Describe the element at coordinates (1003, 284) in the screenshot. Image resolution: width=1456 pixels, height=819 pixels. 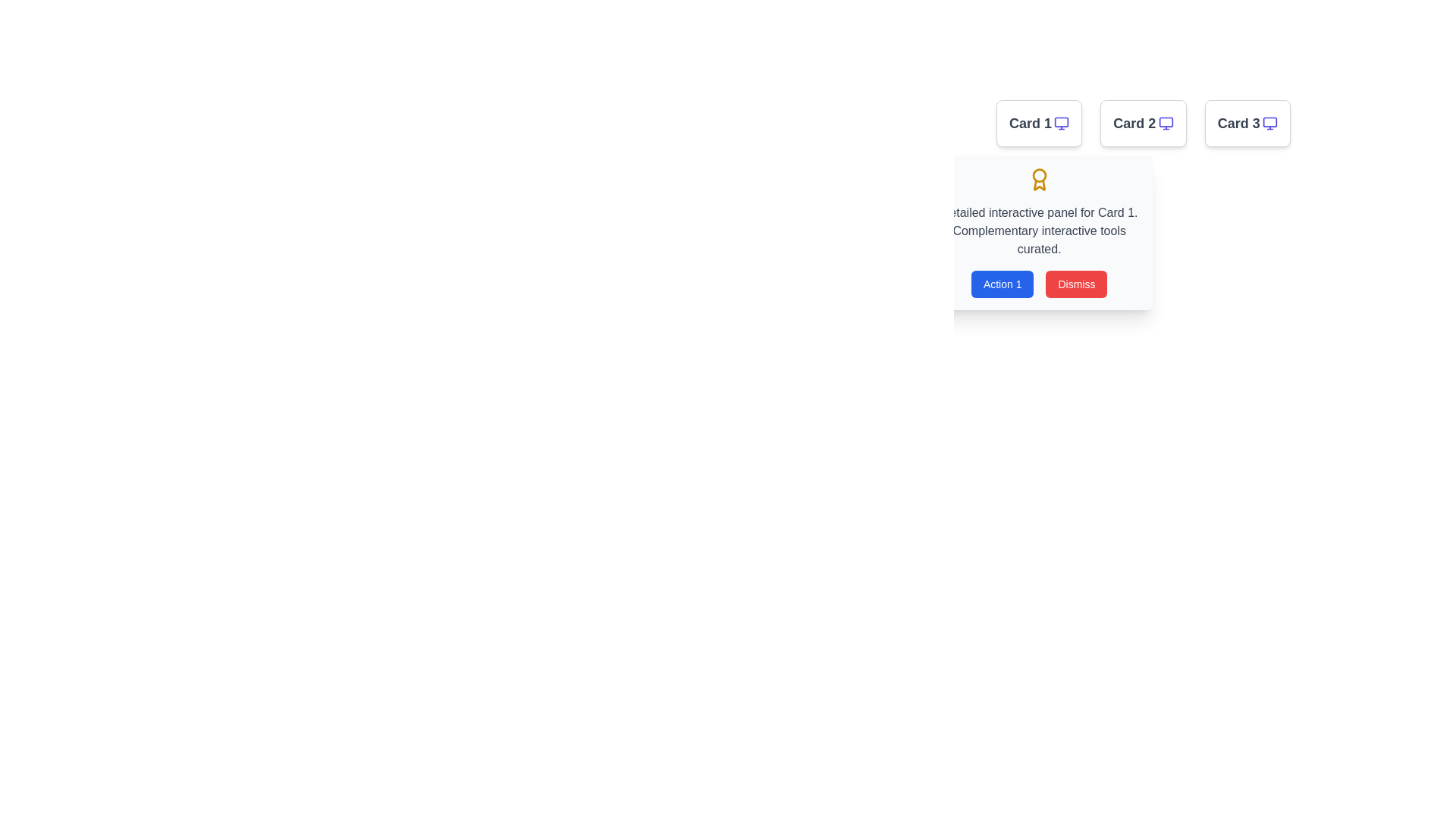
I see `the first button in the horizontally aligned group located at the bottom of the card-like UI to observe its hover effect` at that location.